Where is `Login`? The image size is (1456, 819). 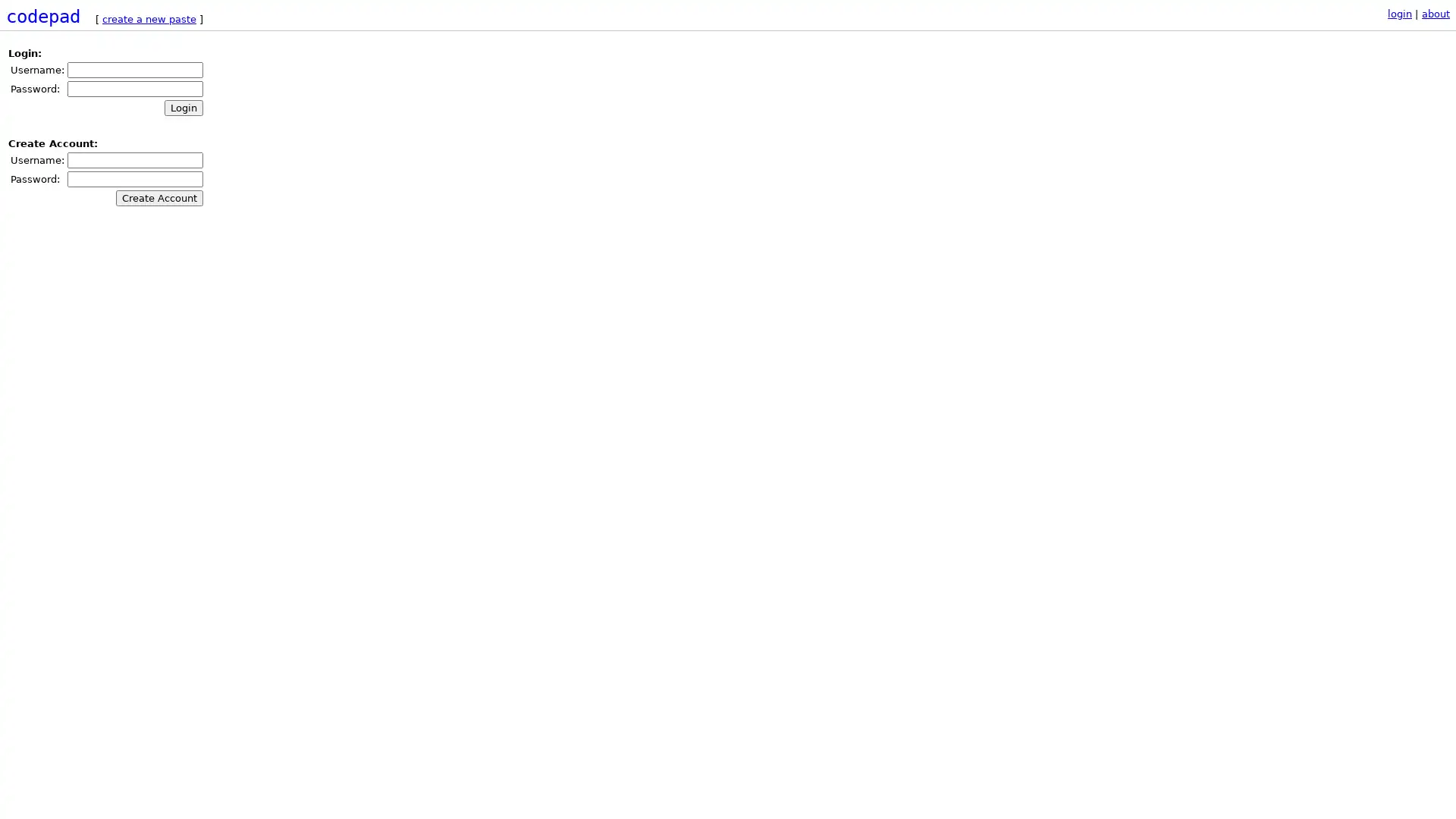 Login is located at coordinates (183, 107).